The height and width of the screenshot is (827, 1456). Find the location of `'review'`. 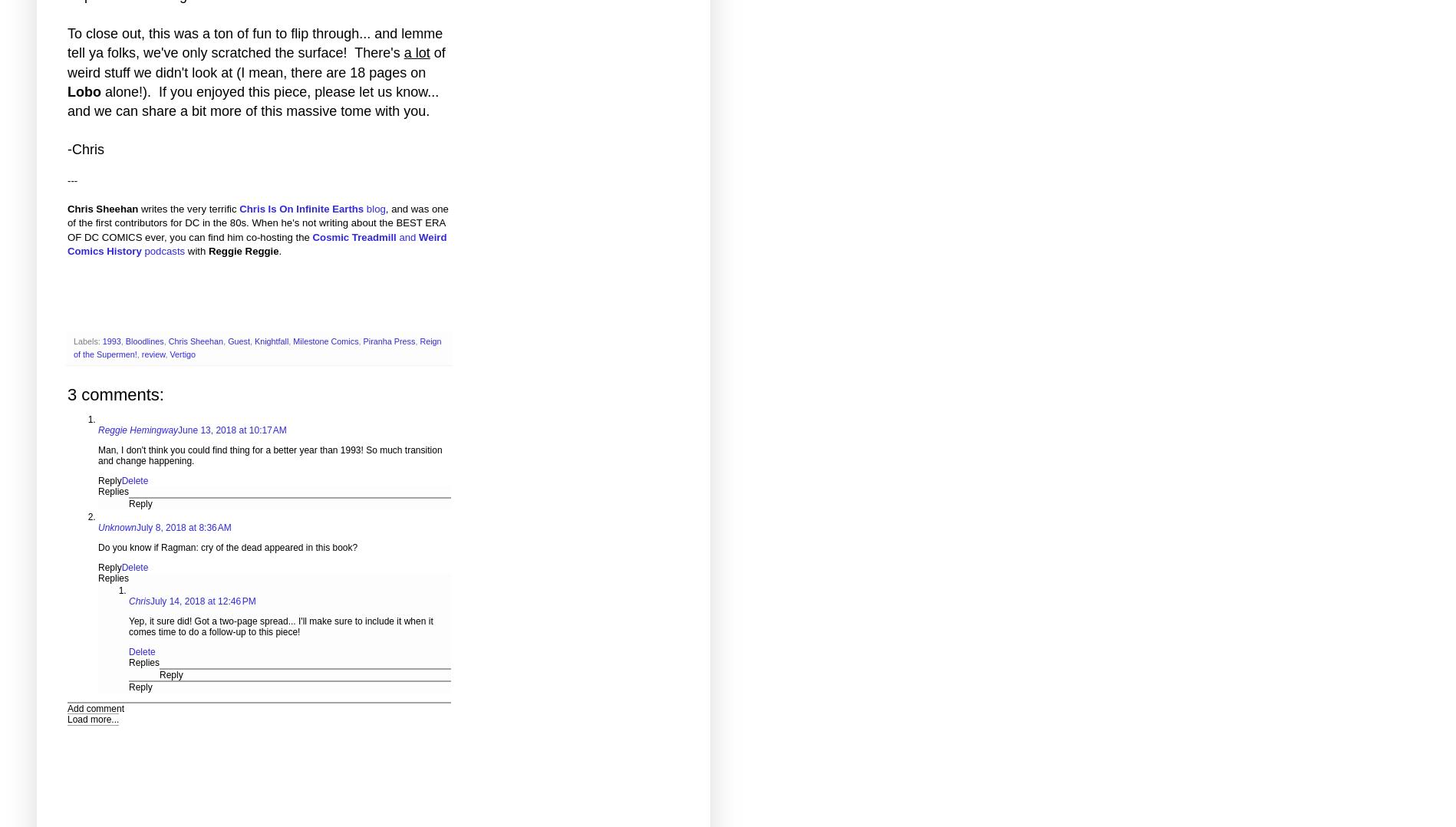

'review' is located at coordinates (152, 354).